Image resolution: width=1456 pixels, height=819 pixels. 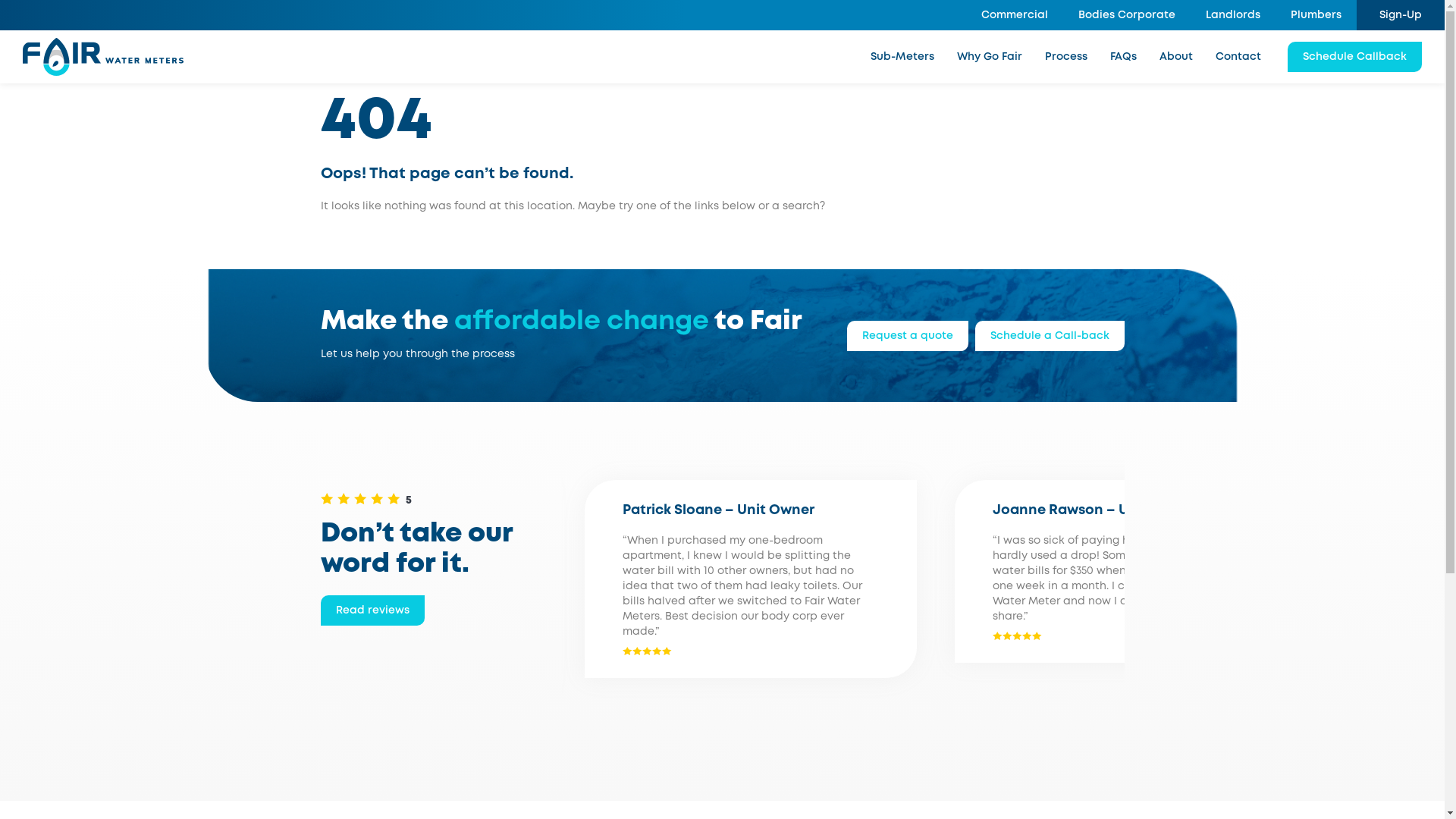 What do you see at coordinates (1315, 14) in the screenshot?
I see `'Plumbers'` at bounding box center [1315, 14].